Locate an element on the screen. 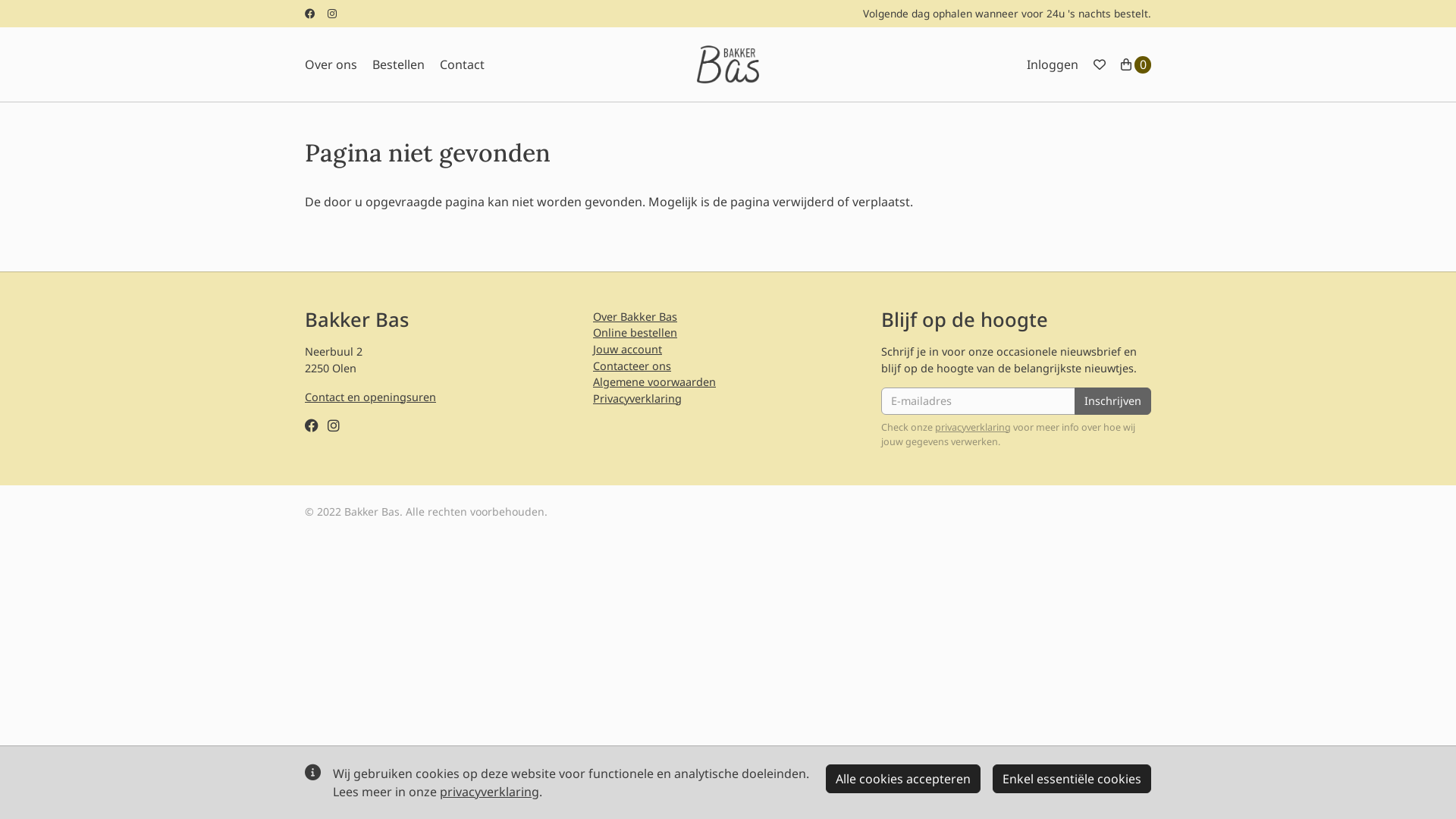  'Privacyverklaring' is located at coordinates (637, 397).